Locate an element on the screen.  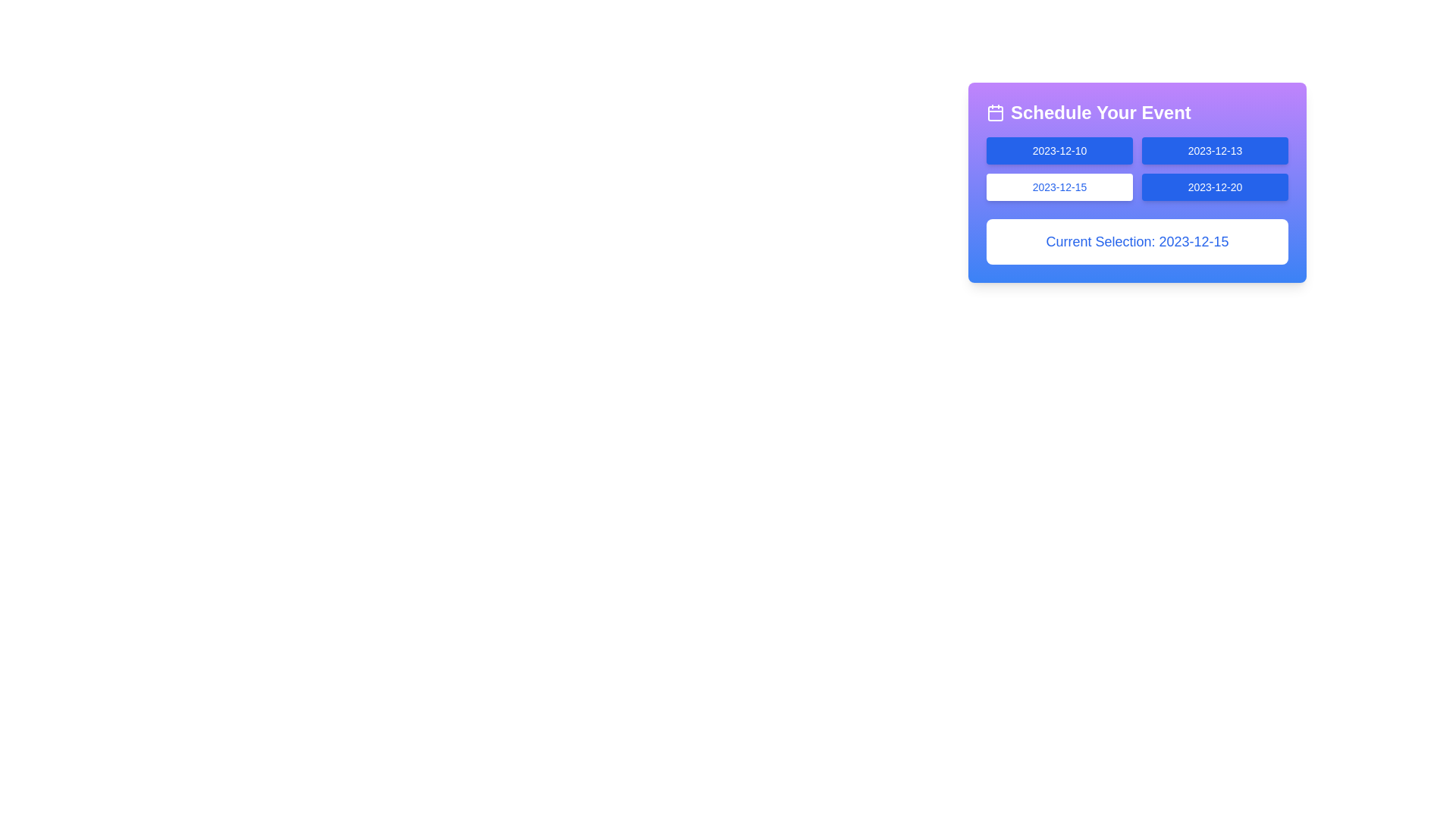
the date selection button located in the first column and second row of the grid layout is located at coordinates (1059, 186).